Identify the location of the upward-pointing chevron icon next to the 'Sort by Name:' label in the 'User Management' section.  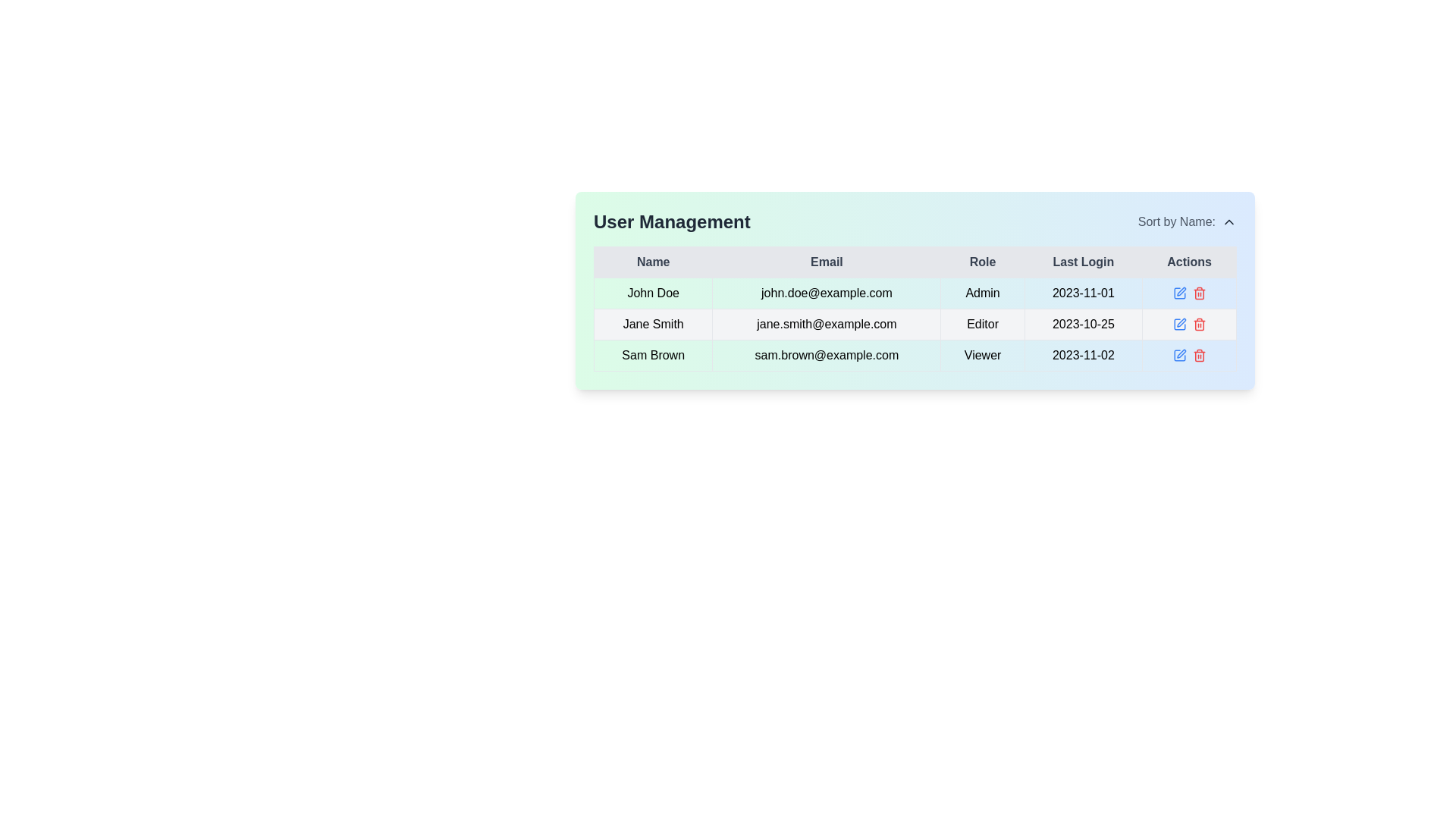
(1229, 222).